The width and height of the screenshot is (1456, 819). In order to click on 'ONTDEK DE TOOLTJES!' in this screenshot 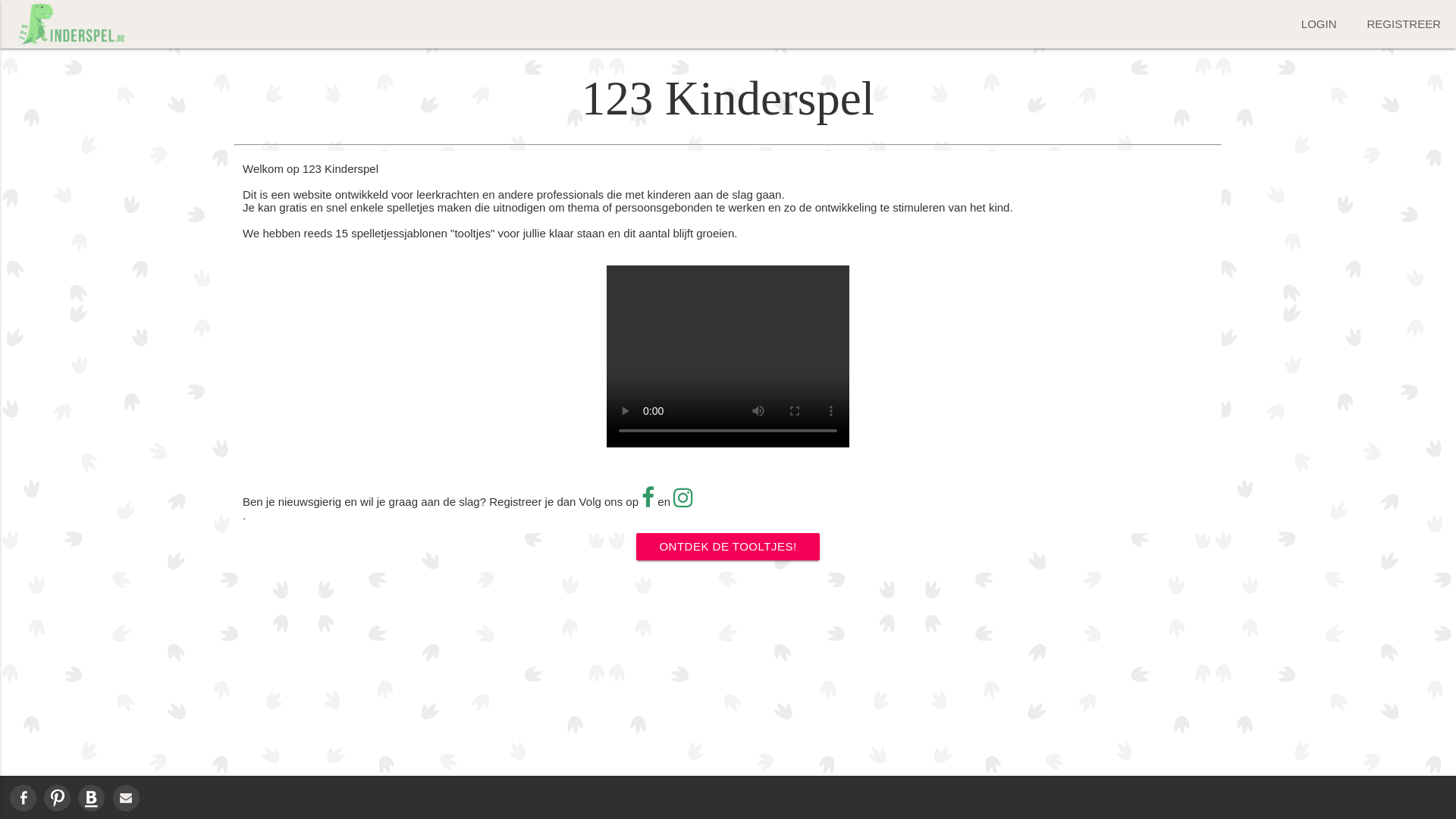, I will do `click(726, 547)`.